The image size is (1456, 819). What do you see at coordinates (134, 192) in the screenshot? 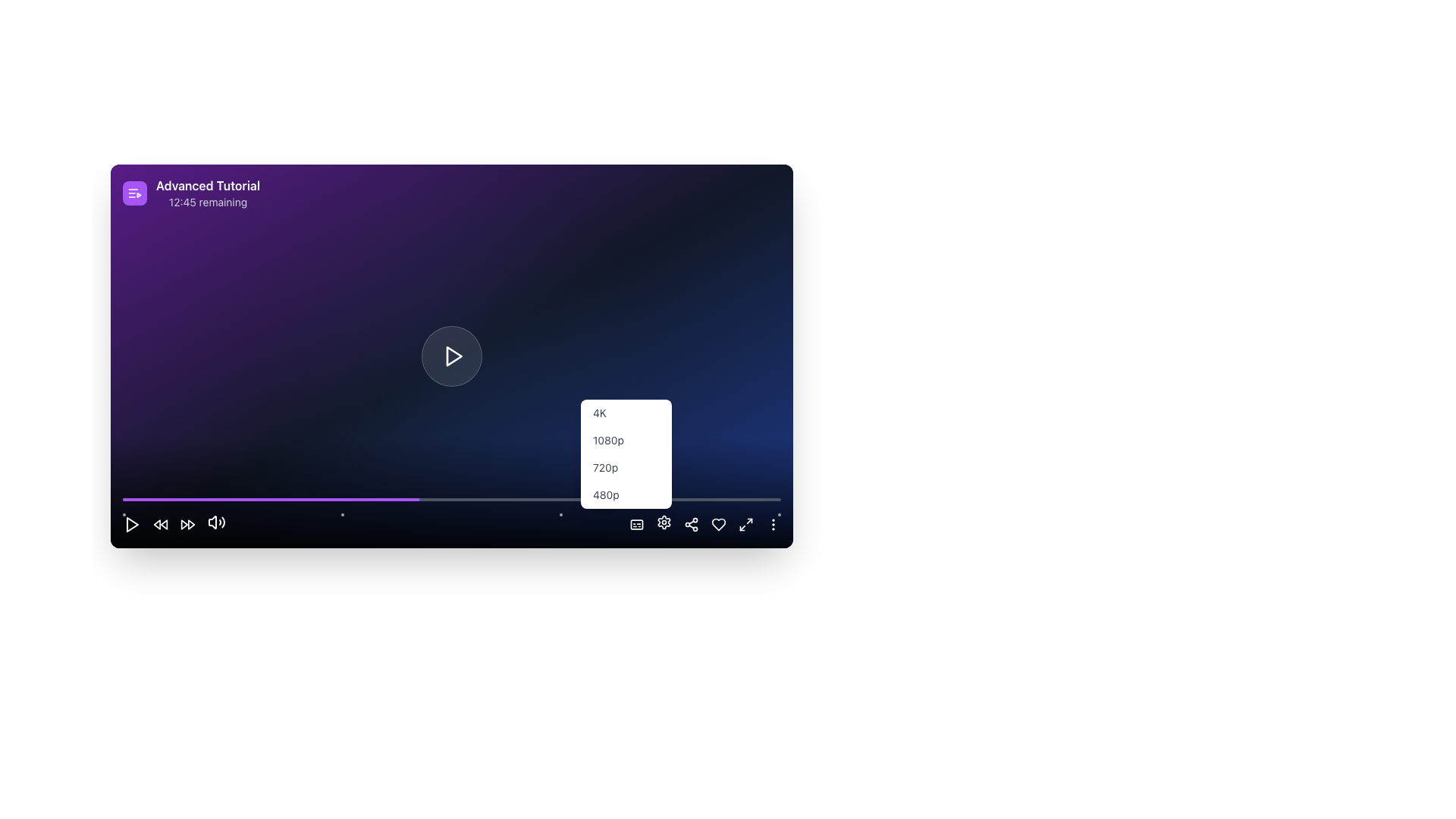
I see `the video playlist icon button located at the top-left corner of the interface` at bounding box center [134, 192].